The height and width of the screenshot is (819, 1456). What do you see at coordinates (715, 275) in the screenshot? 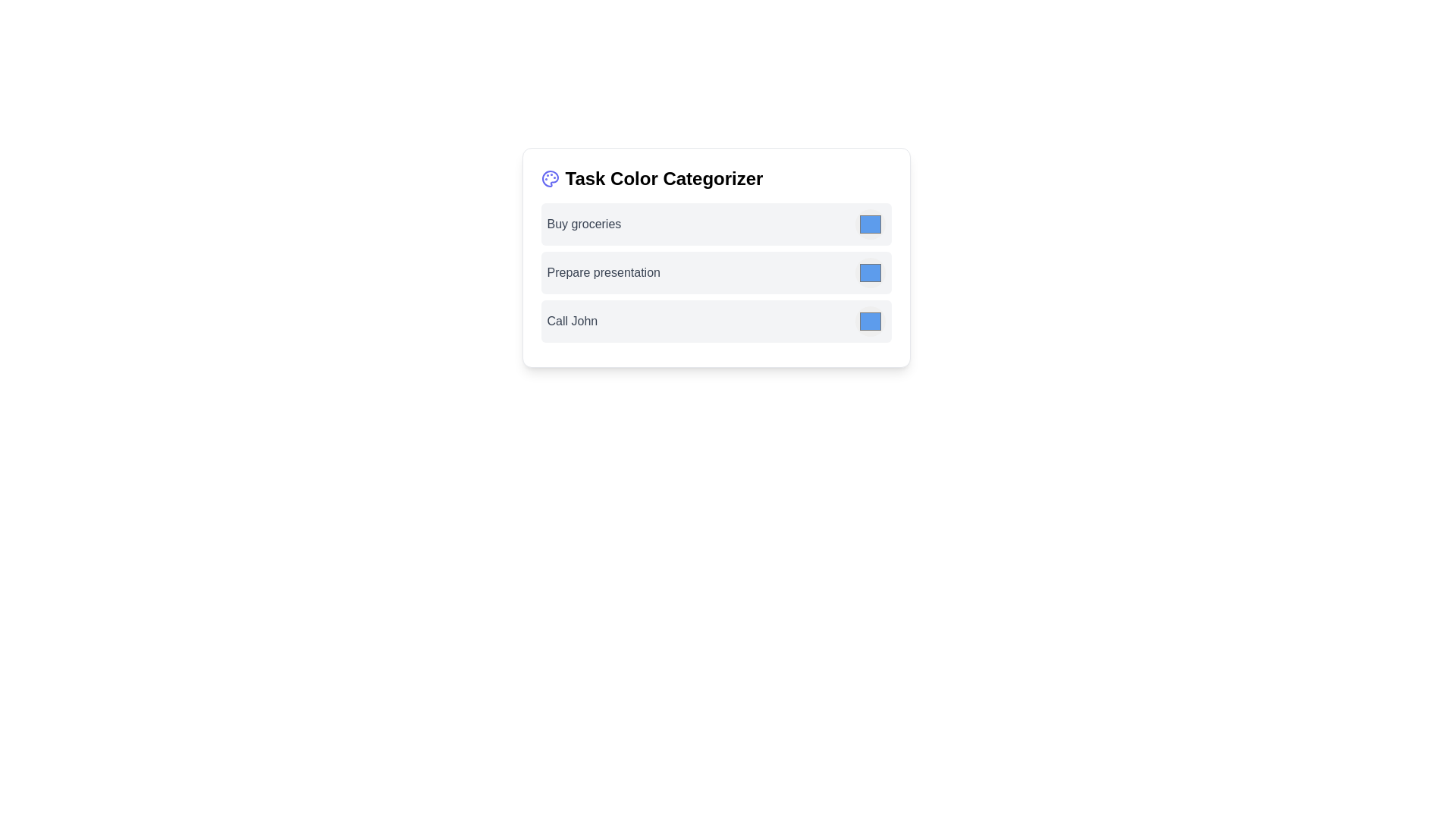
I see `the 'Prepare presentation' list item, which is the second item in the 'Task Color Categorizer' card` at bounding box center [715, 275].